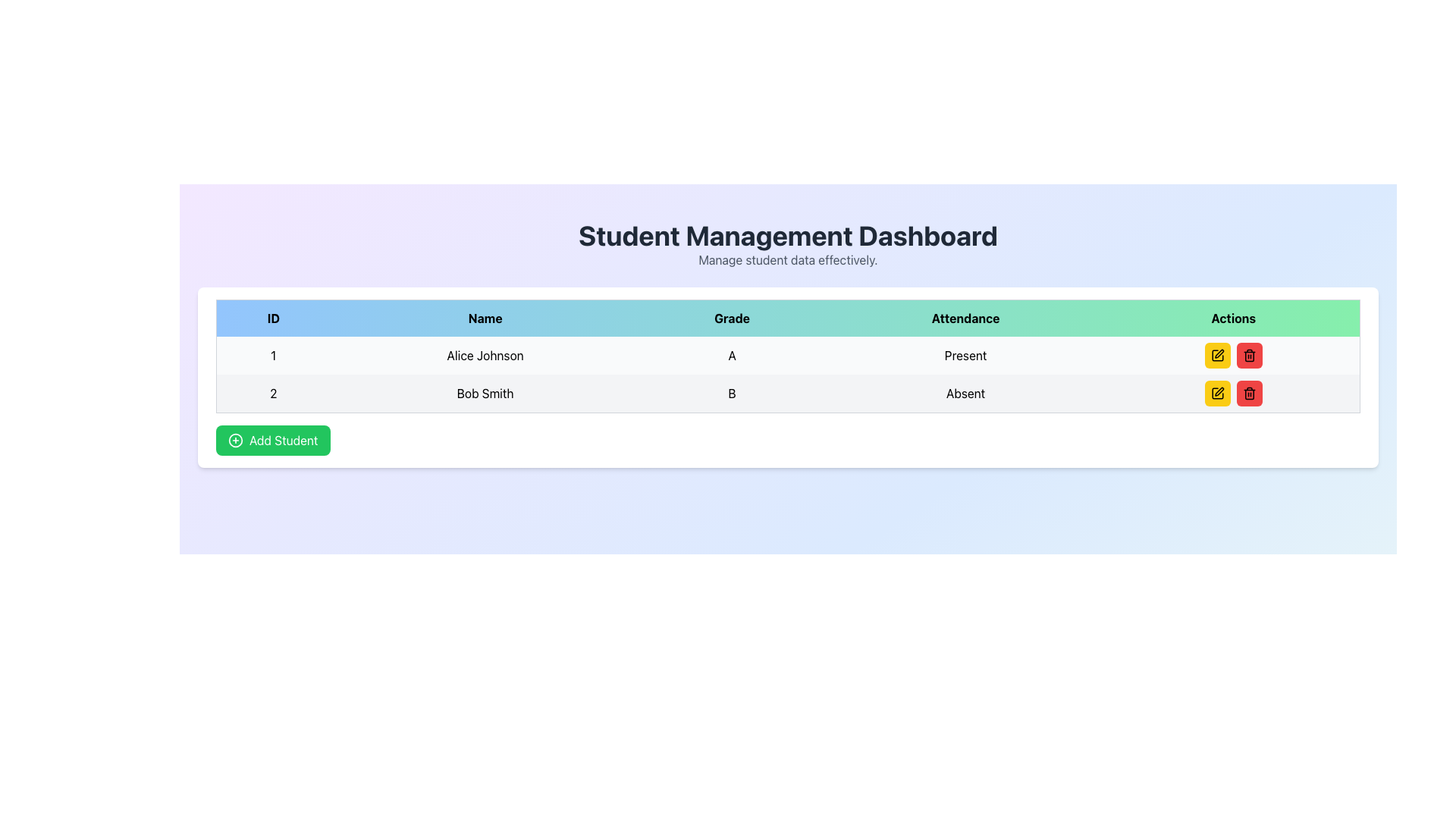  What do you see at coordinates (1249, 393) in the screenshot?
I see `the delete icon button located in the second row of the table under the 'Actions' column` at bounding box center [1249, 393].